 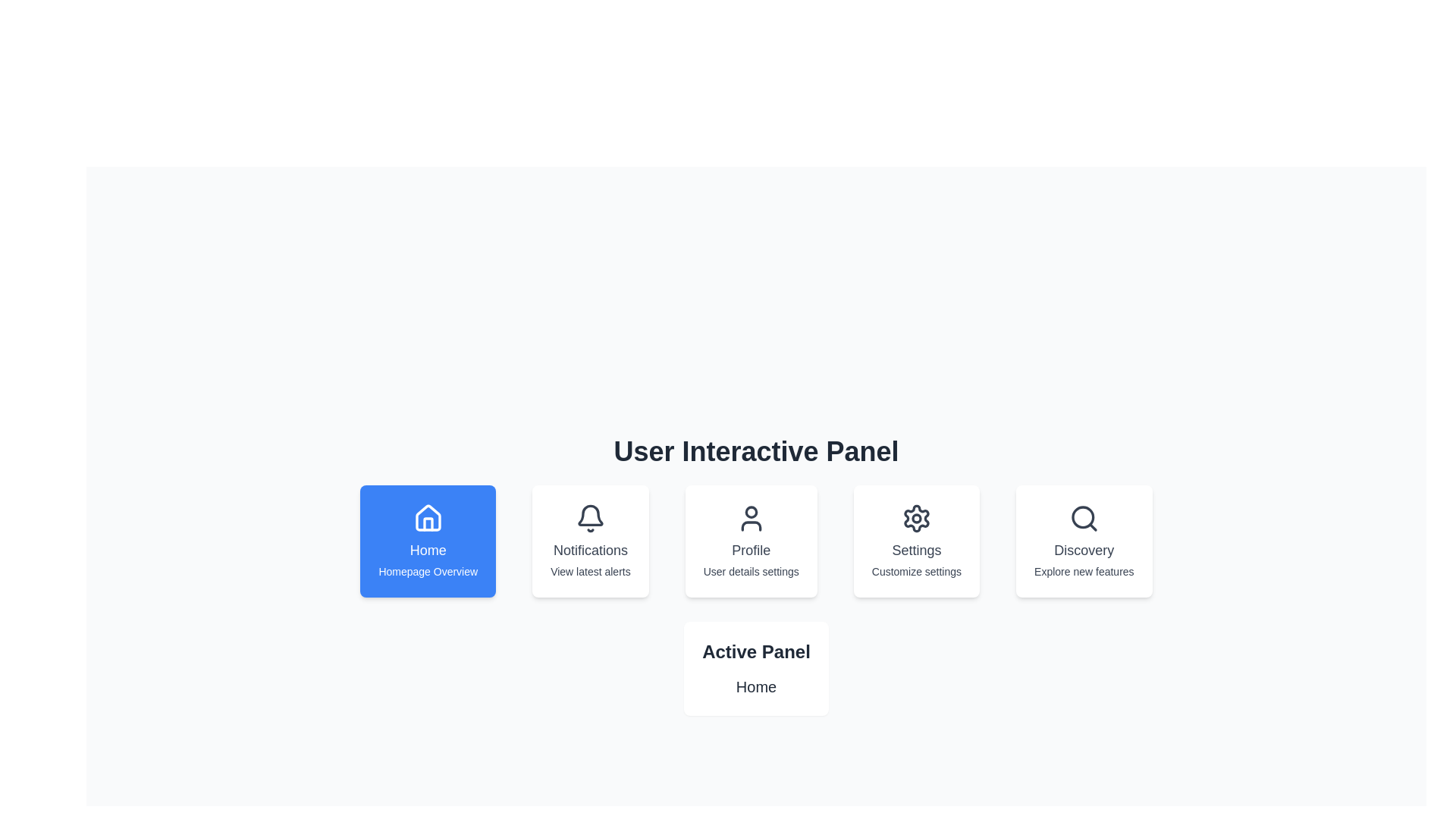 I want to click on the 'User details settings' text element, which is located directly below the 'Profile' text in the interface, so click(x=751, y=571).